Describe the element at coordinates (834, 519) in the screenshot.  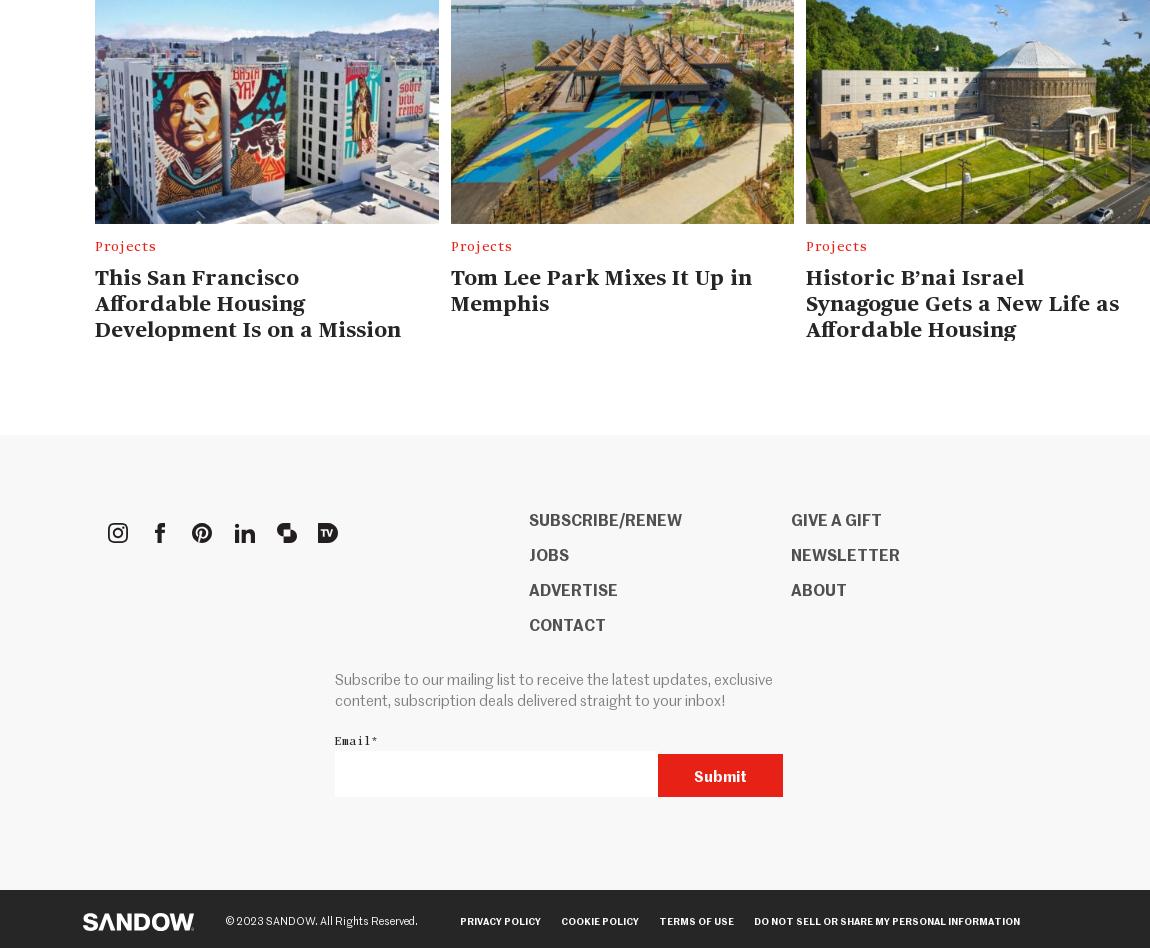
I see `'Give a Gift'` at that location.